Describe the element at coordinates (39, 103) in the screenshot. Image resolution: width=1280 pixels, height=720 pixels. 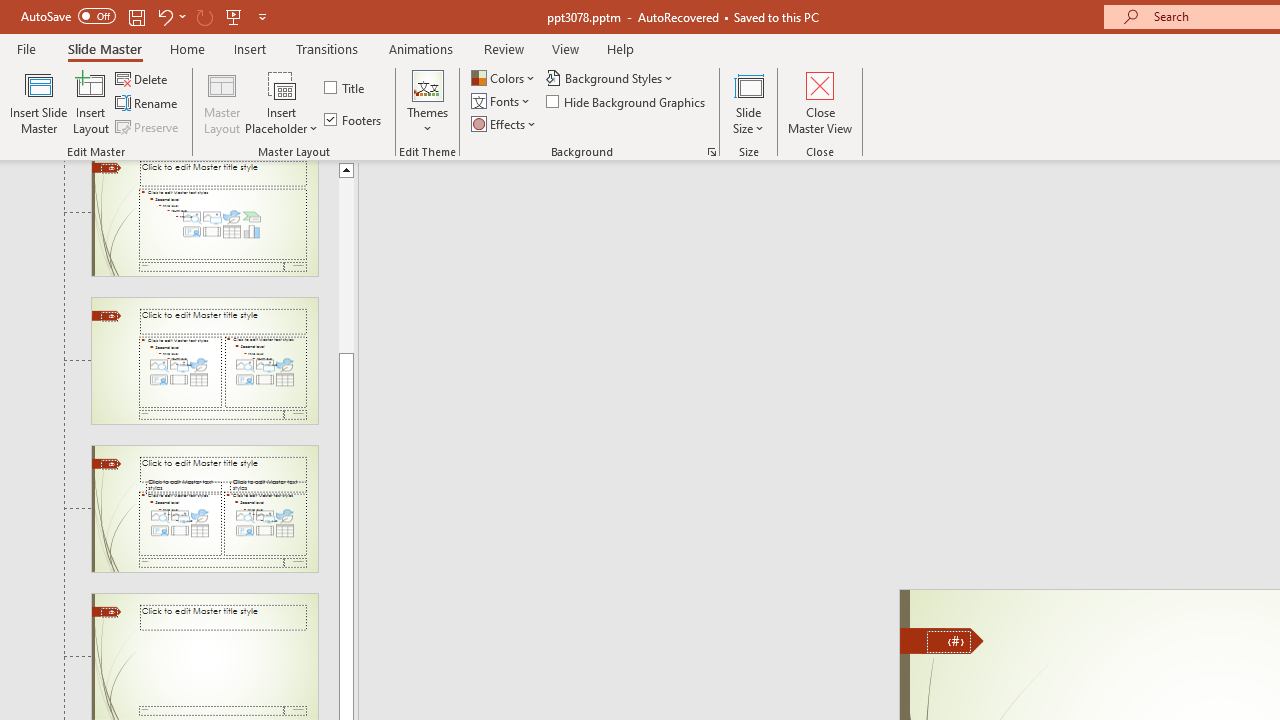
I see `'Insert Slide Master'` at that location.